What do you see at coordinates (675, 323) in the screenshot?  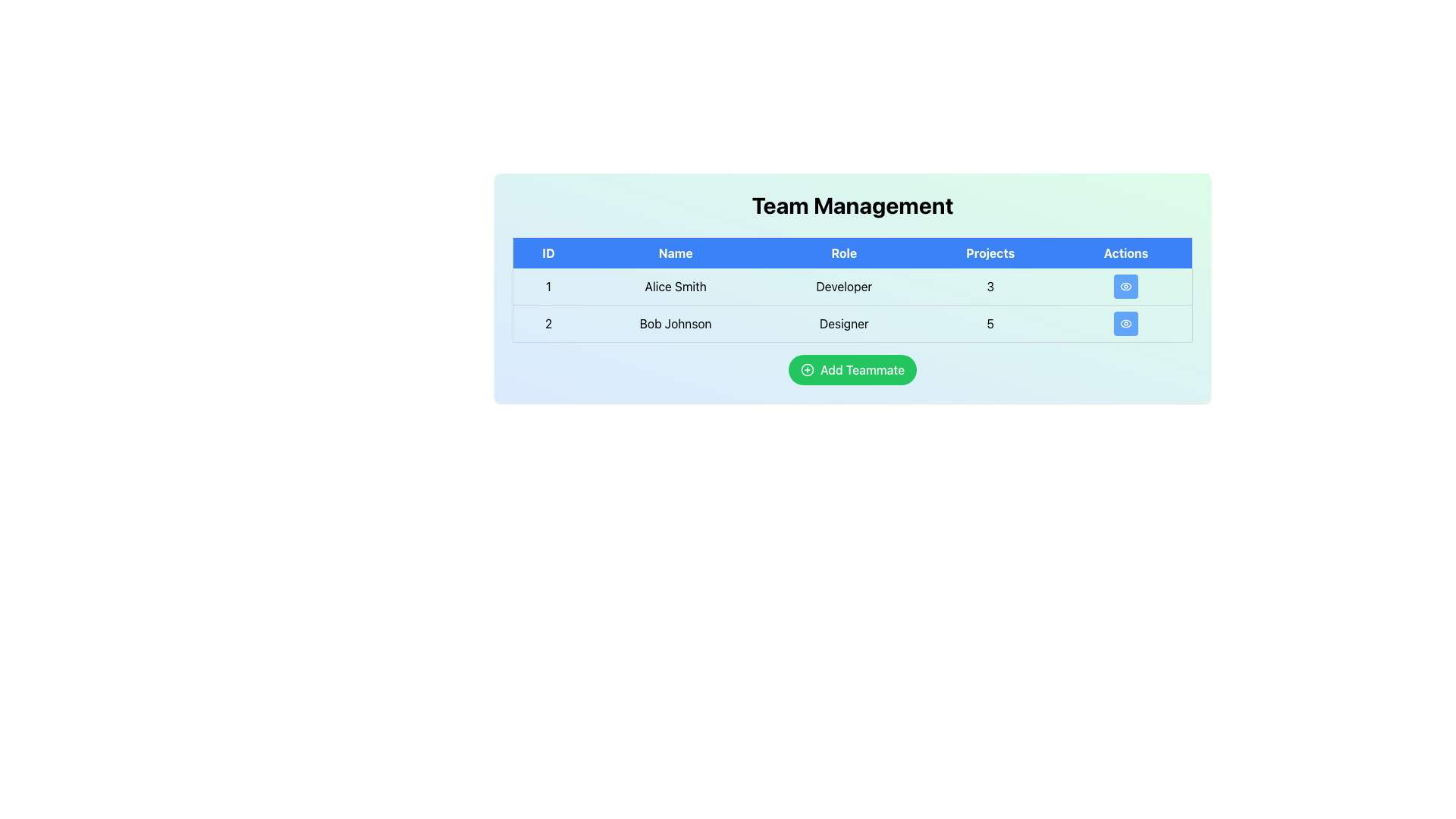 I see `the table cell containing the text 'Bob Johnson', which is located in the second row under the 'Name' column, centered between the cells '2' and 'Designer'` at bounding box center [675, 323].